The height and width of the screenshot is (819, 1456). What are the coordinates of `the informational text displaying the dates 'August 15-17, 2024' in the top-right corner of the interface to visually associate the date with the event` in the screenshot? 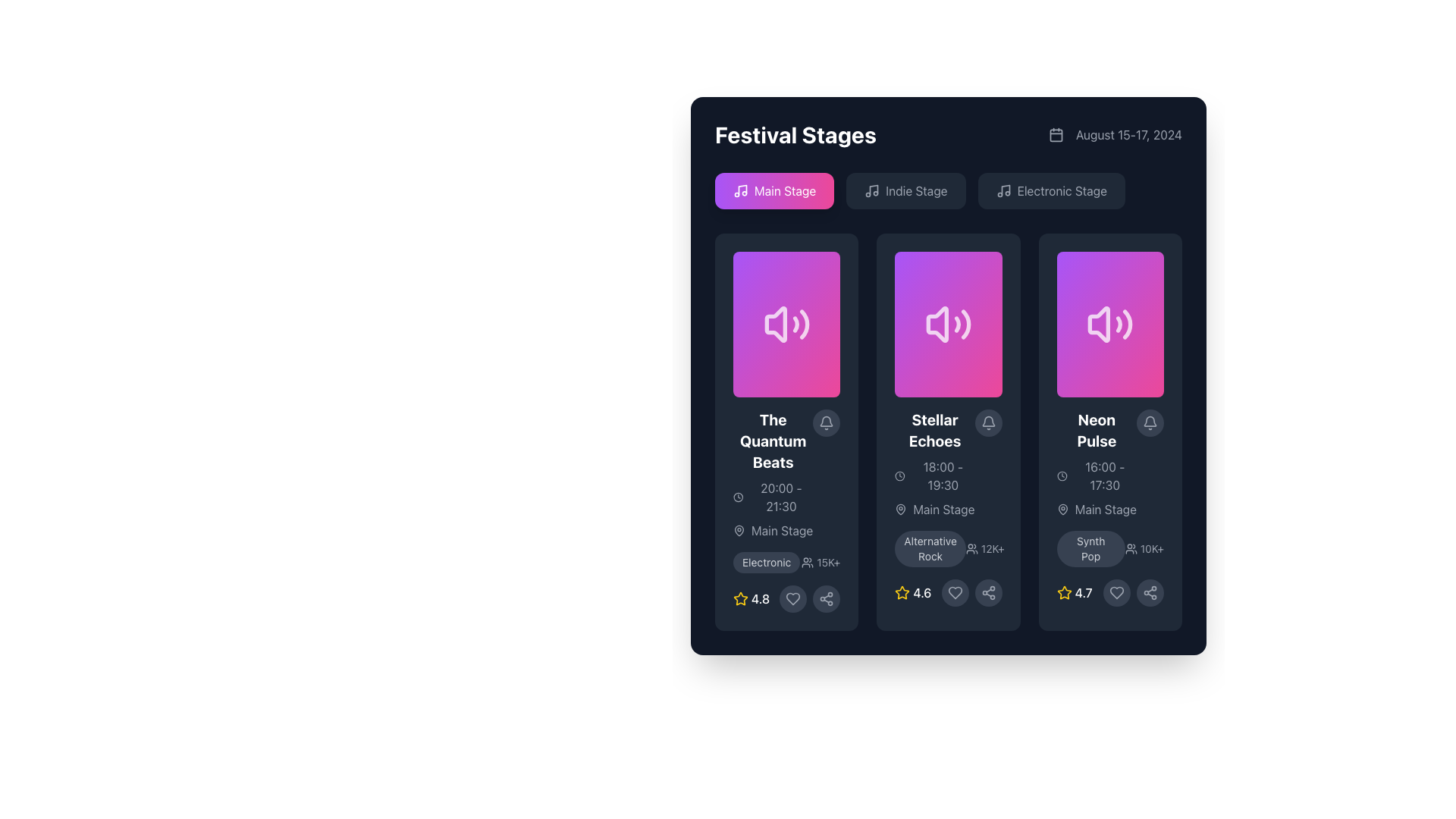 It's located at (1115, 133).